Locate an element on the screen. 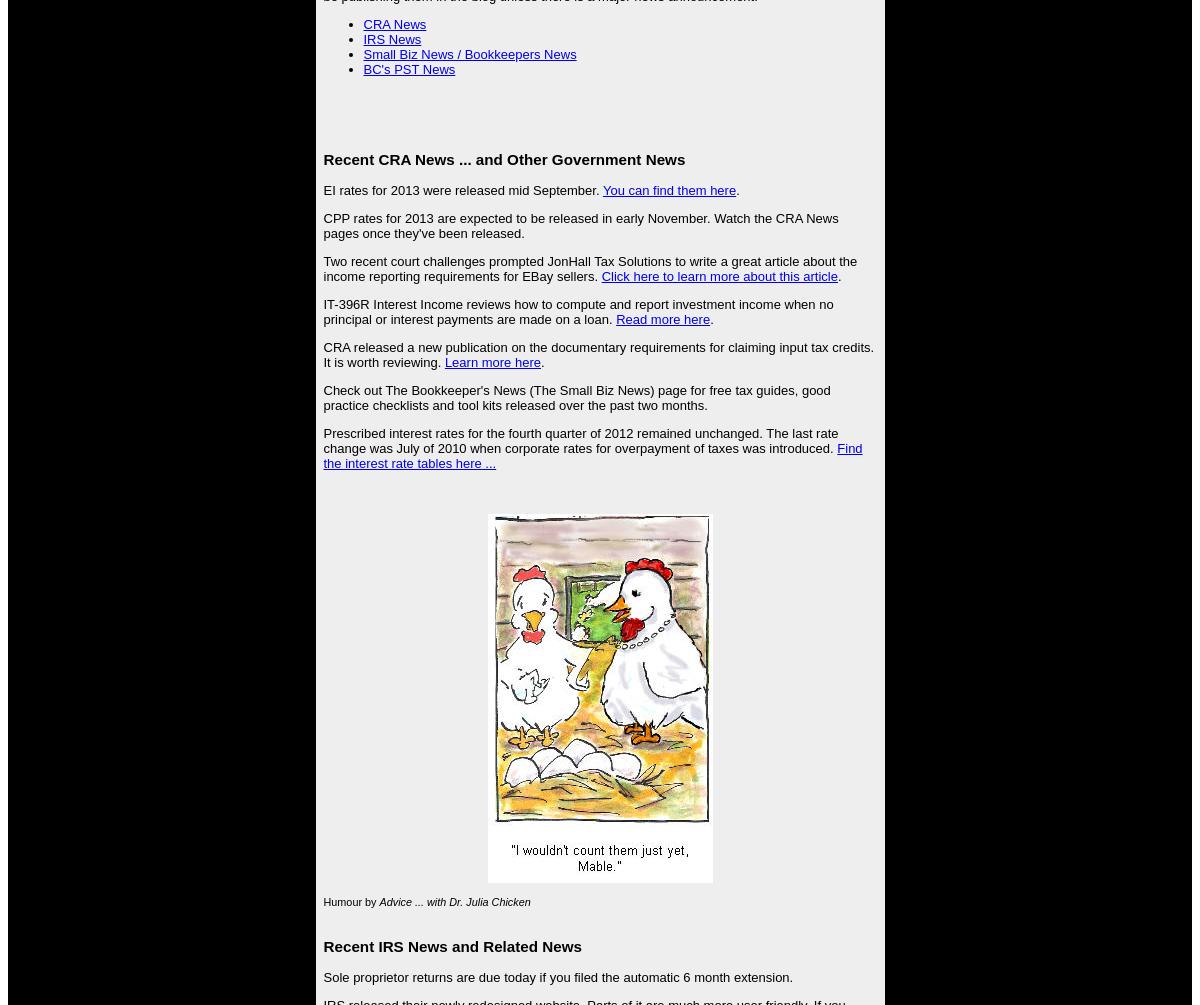 The image size is (1200, 1005). 'BC's PST News' is located at coordinates (408, 69).